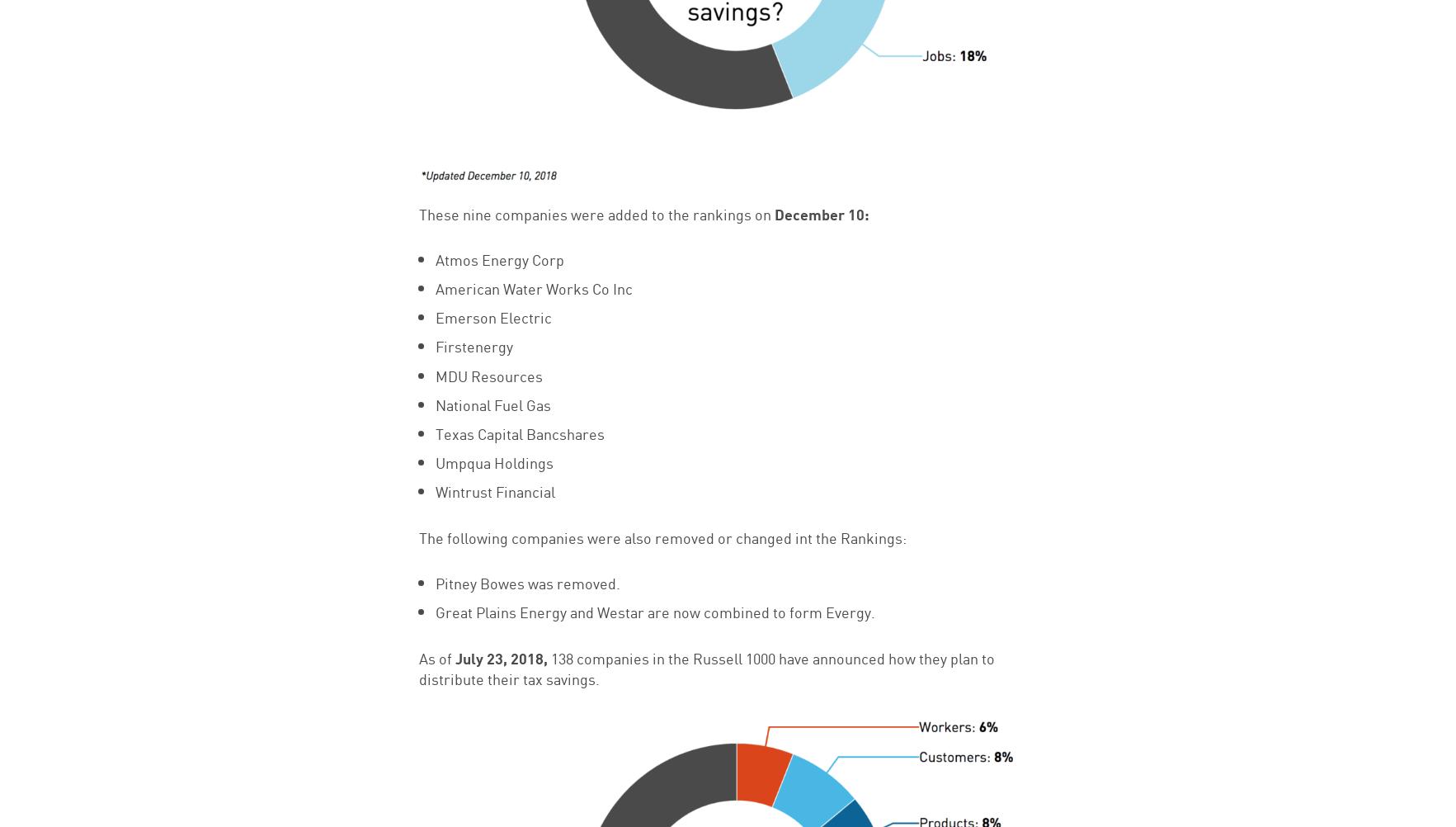  I want to click on 'Pitney Bowes was removed.', so click(525, 582).